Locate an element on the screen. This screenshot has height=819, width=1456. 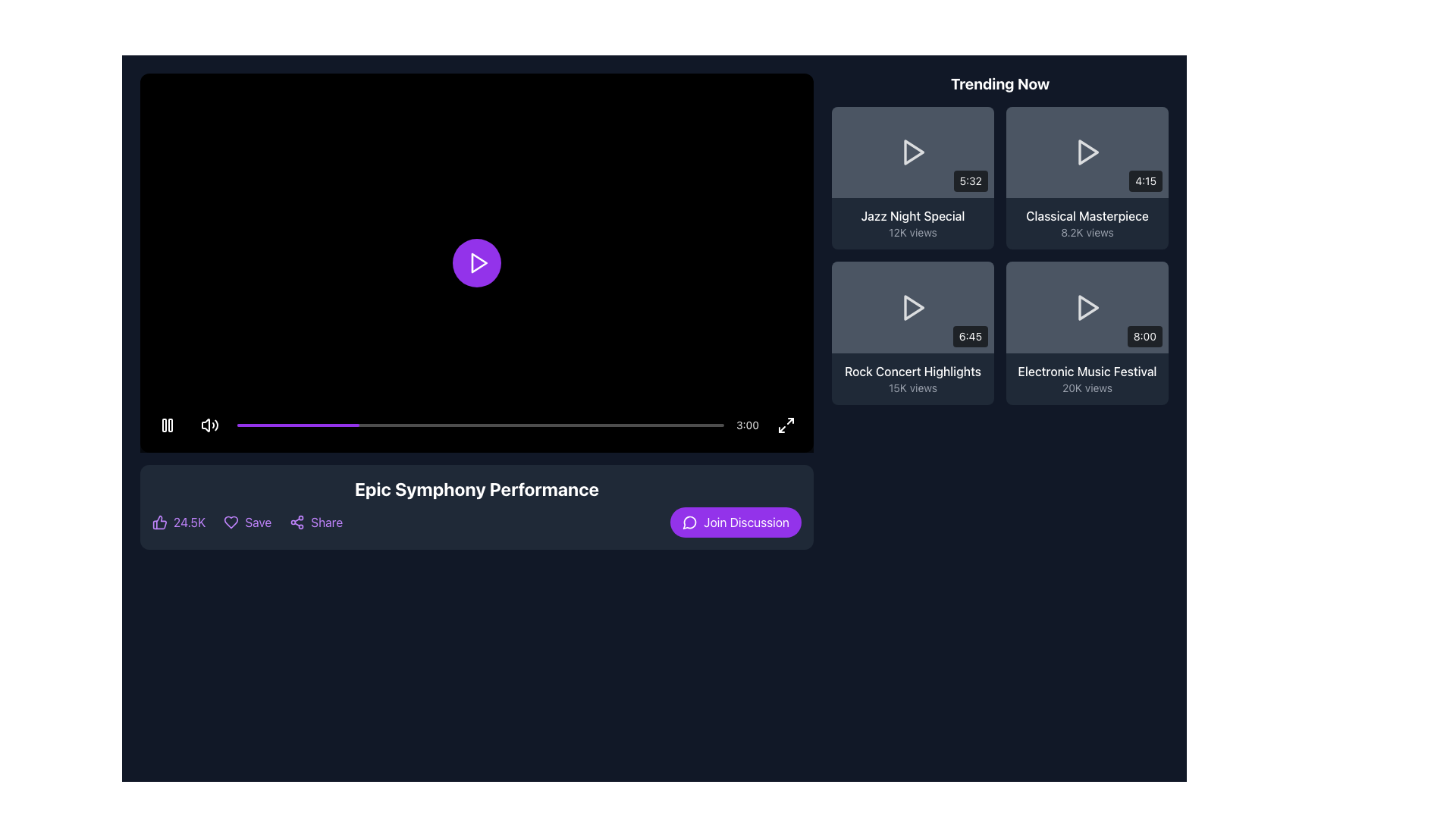
the speech bubble icon with a purple fill and white stroke, which is located to the left of the 'Join Discussion' button in the bottom-right section of the interface is located at coordinates (689, 521).